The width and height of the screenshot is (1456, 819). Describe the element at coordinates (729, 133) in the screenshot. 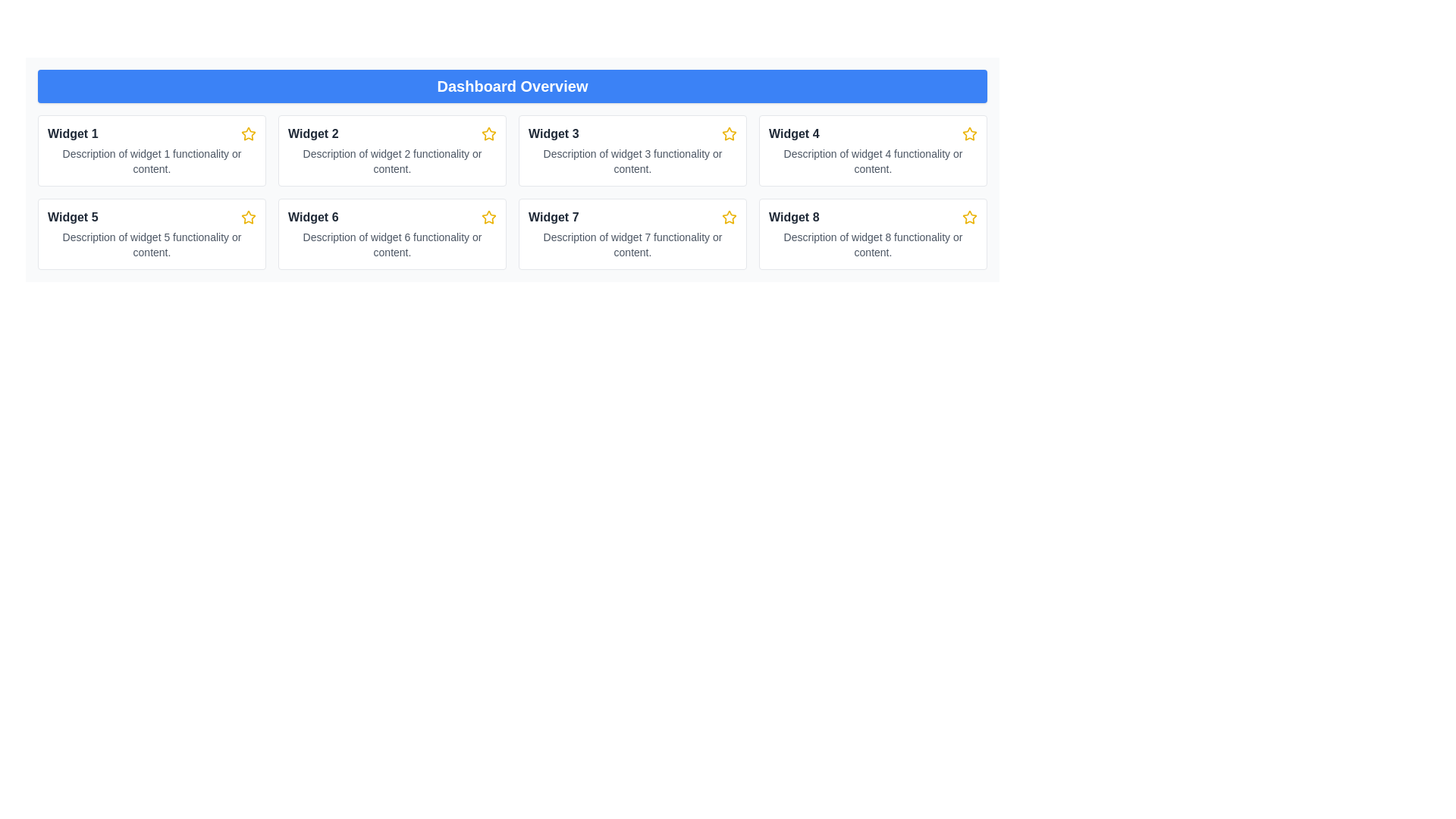

I see `the star-shaped icon with a yellow outline located in the top-right corner of the card labeled 'Widget 3' to mark or unmark it as a favorite` at that location.